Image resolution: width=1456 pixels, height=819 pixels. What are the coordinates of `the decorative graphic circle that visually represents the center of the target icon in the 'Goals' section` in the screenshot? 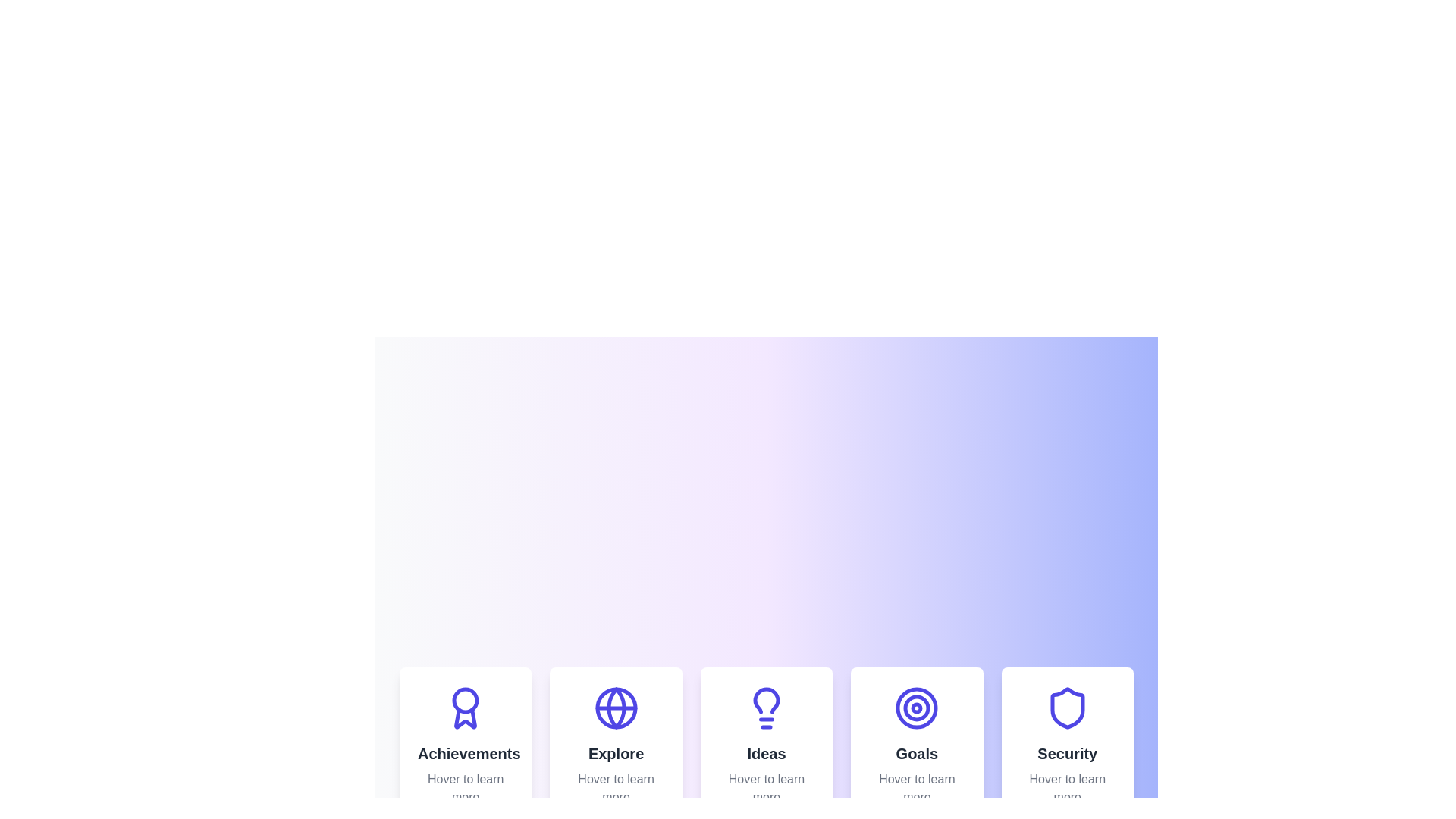 It's located at (916, 708).